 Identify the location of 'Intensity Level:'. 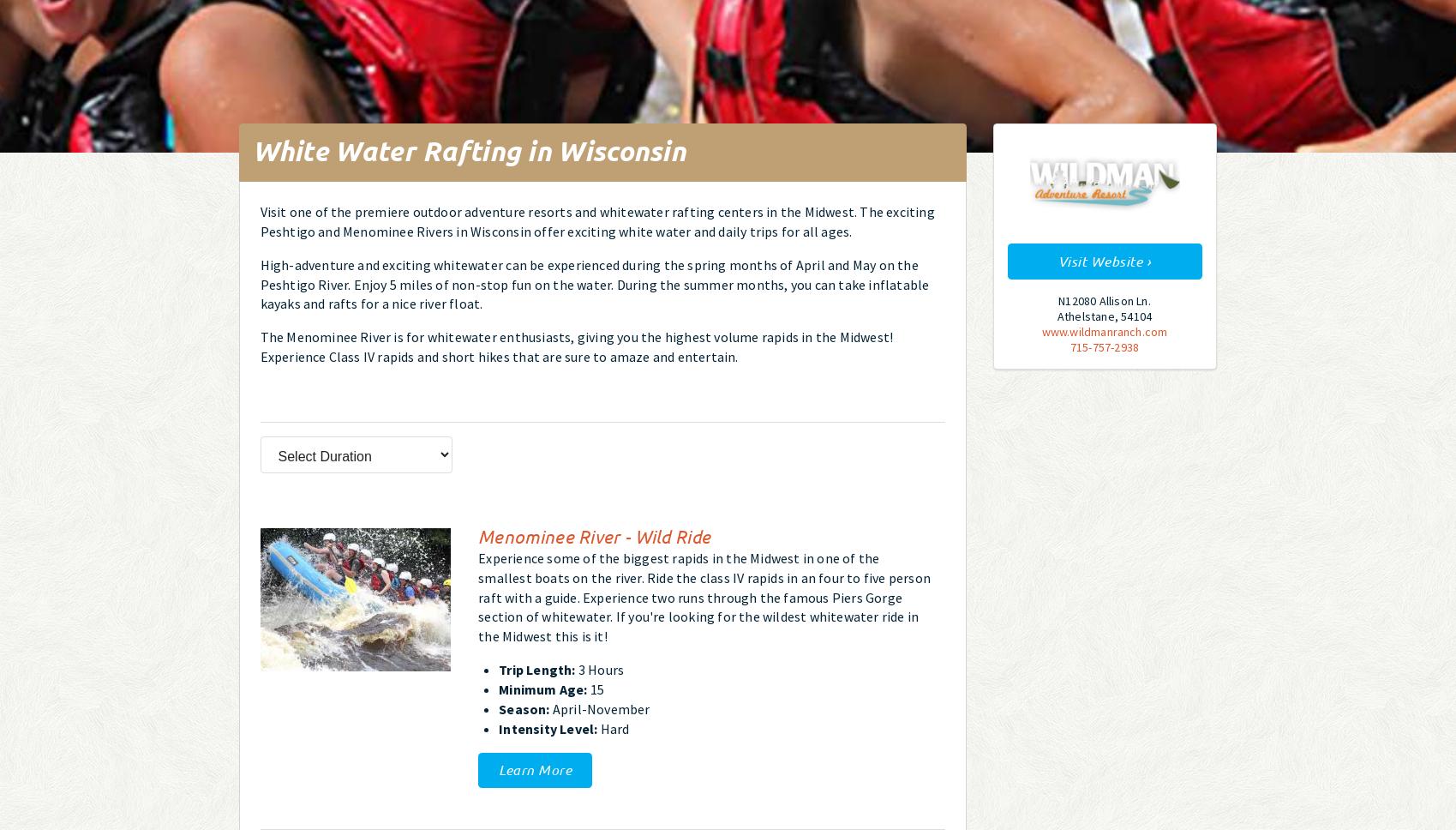
(548, 727).